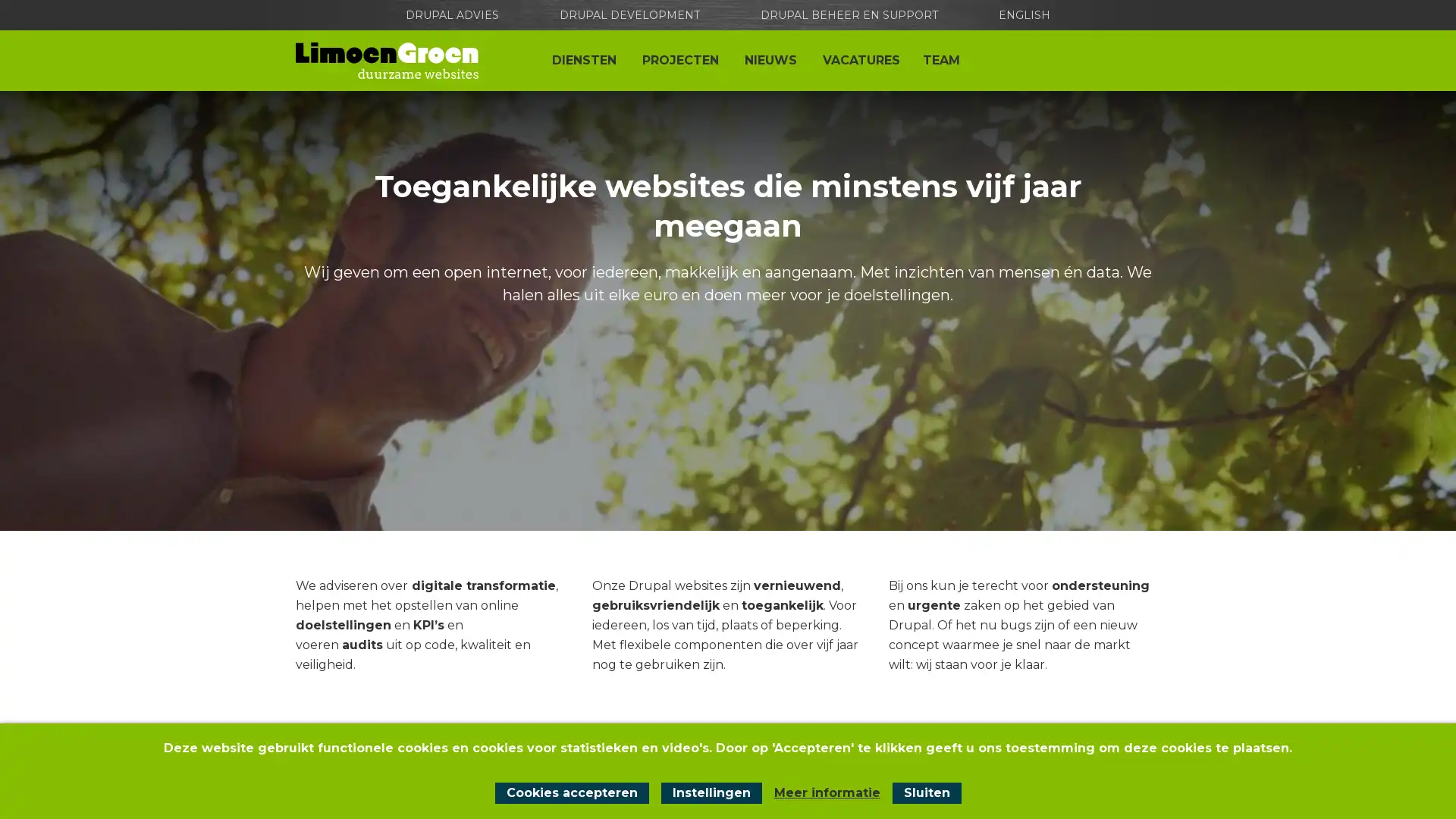 The width and height of the screenshot is (1456, 819). I want to click on Sluit cookiemelding, so click(925, 792).